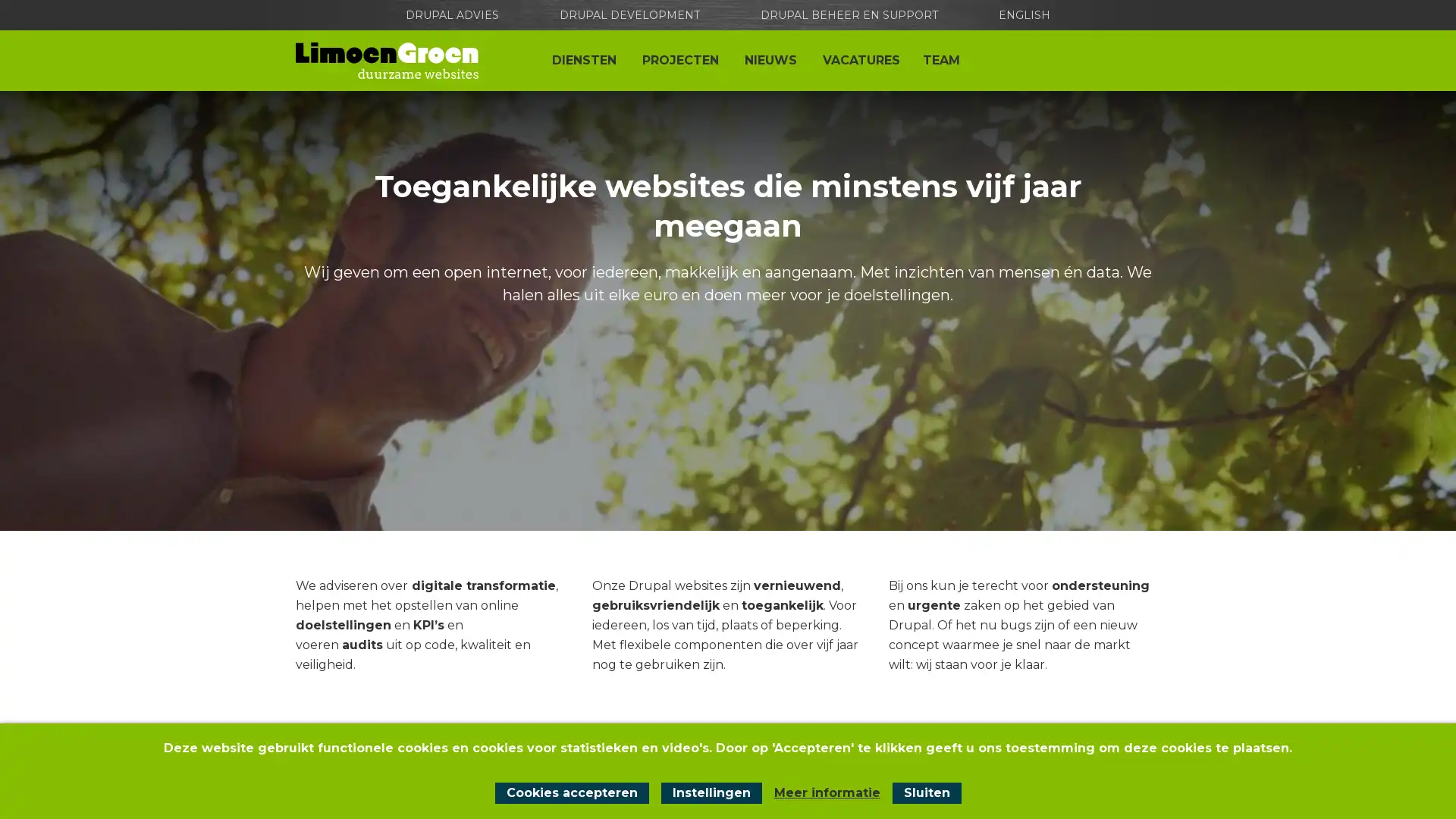 The width and height of the screenshot is (1456, 819). I want to click on Sluit cookiemelding, so click(925, 792).